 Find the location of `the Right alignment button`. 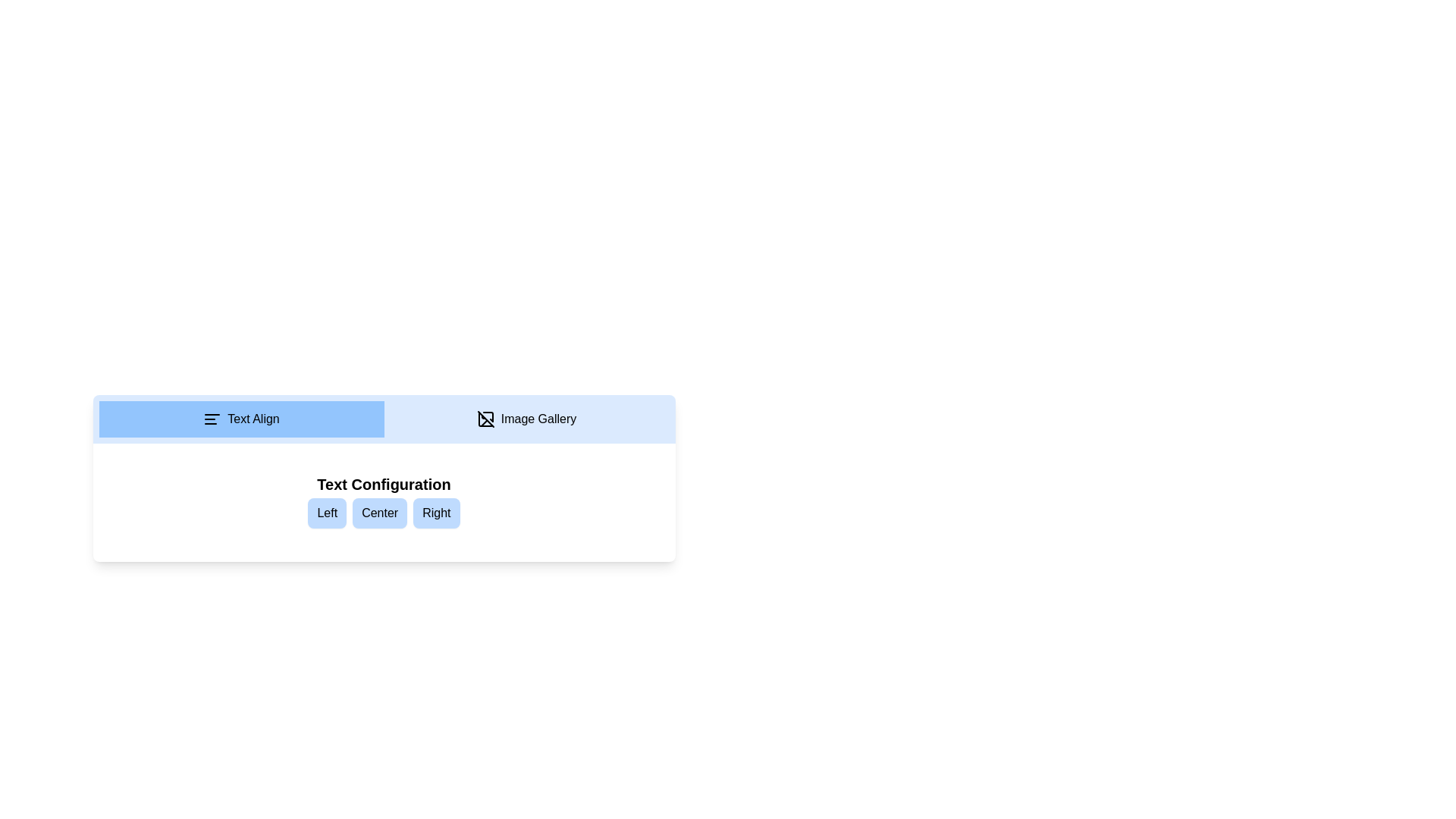

the Right alignment button is located at coordinates (435, 513).